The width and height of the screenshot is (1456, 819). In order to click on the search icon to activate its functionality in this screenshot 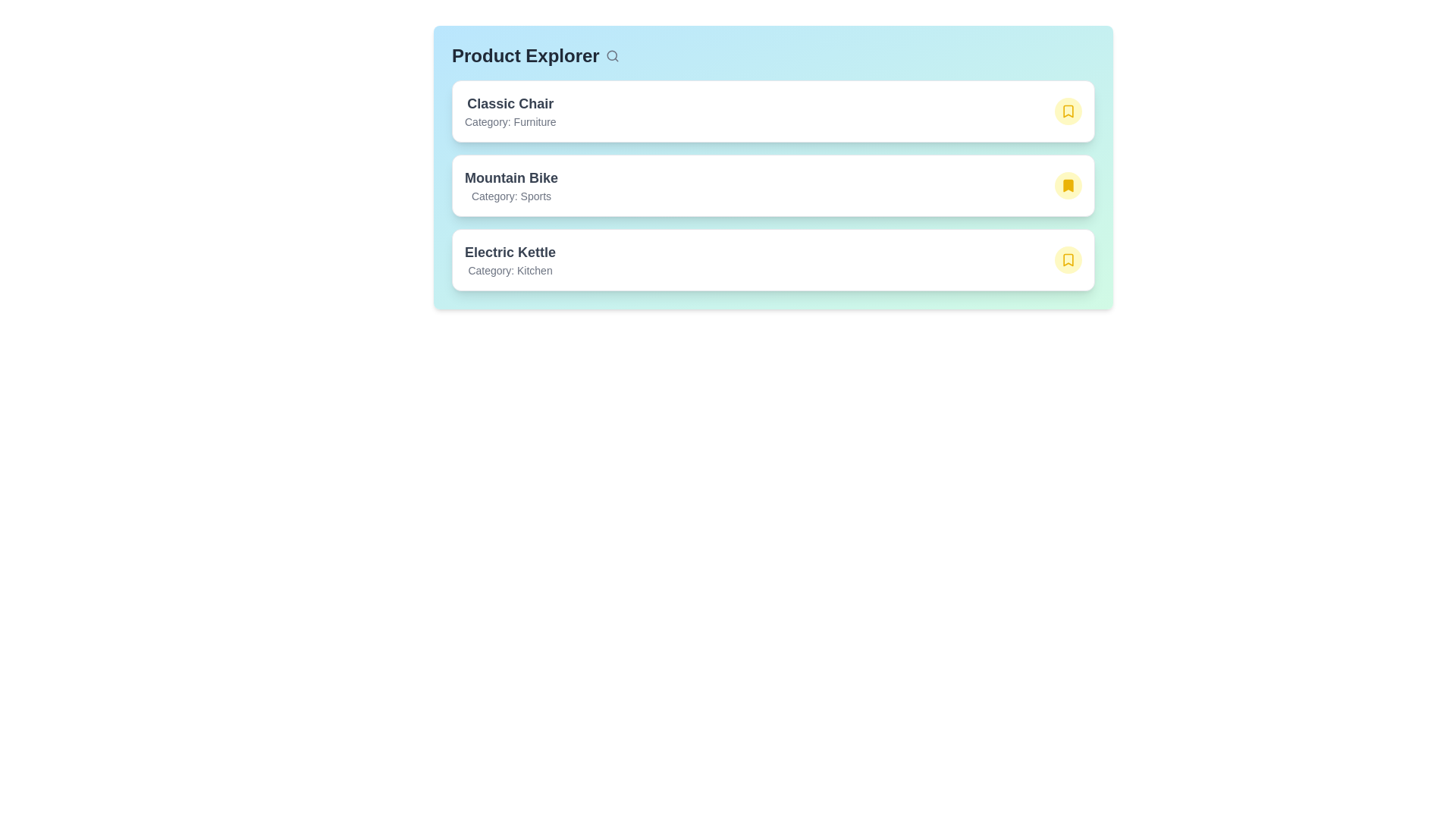, I will do `click(611, 55)`.